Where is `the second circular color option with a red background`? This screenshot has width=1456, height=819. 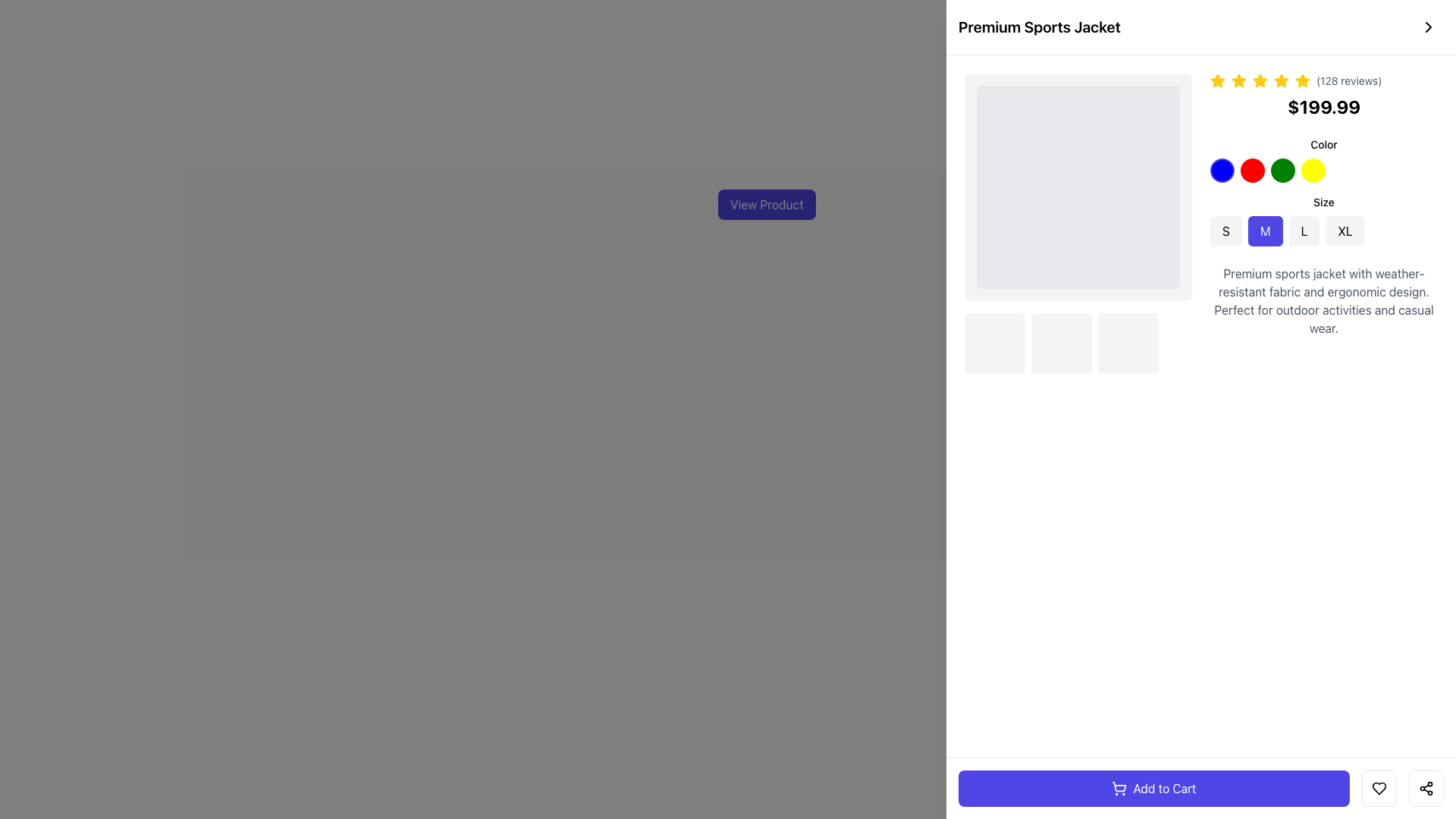 the second circular color option with a red background is located at coordinates (1252, 170).